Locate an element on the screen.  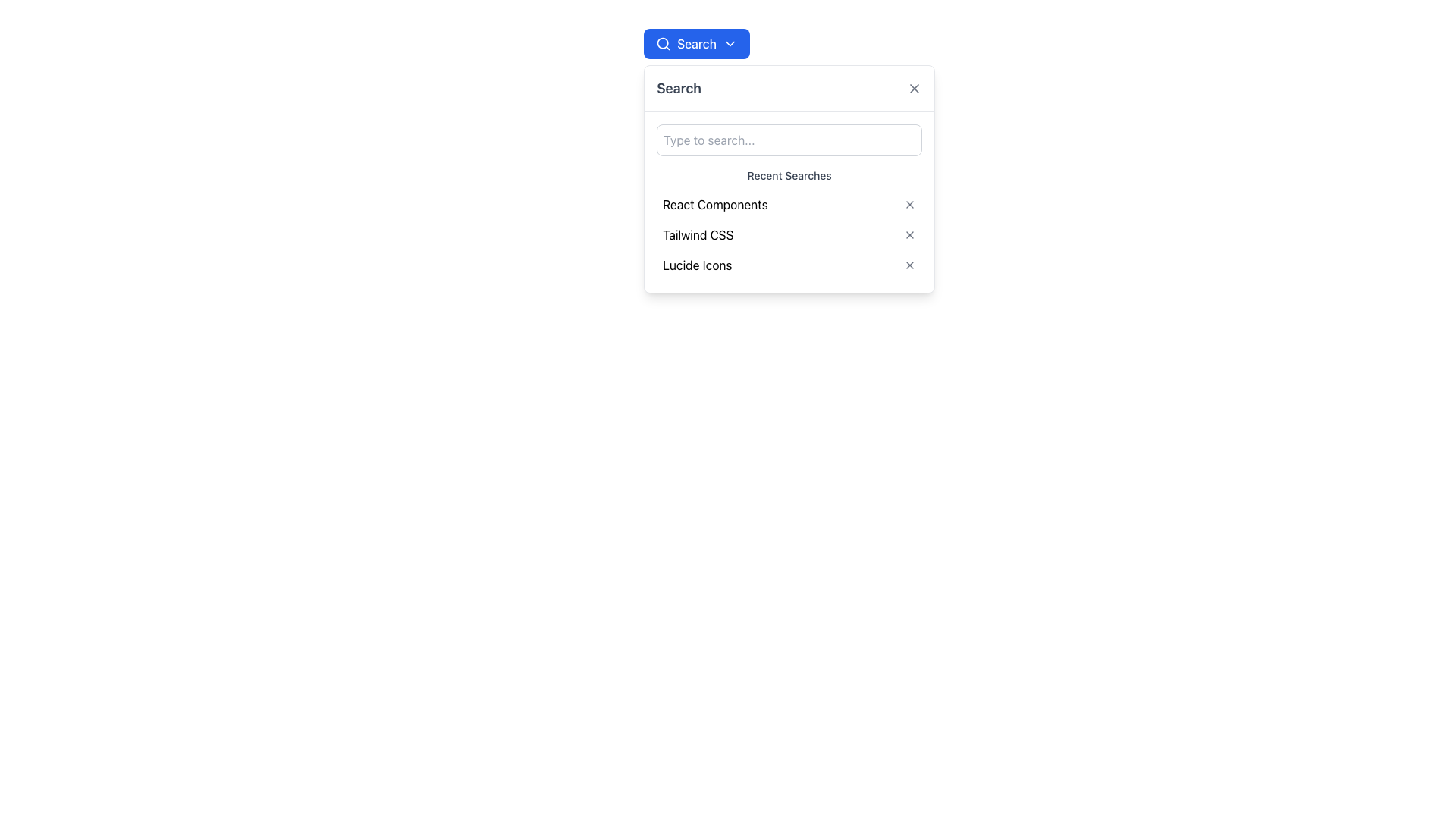
the Close Icon (X) located in the top-right corner of the Search dropdown panel is located at coordinates (914, 88).